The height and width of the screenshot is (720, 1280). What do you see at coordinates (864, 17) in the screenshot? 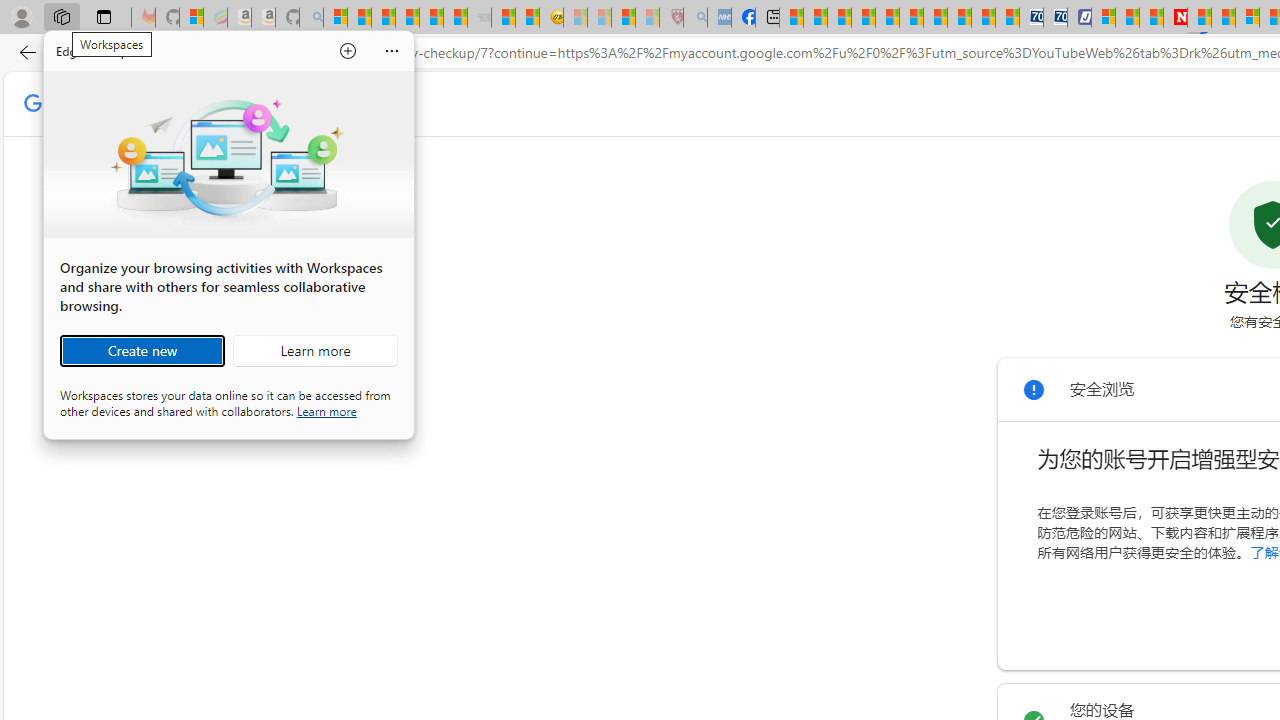
I see `'Climate Damage Becomes Too Severe To Reverse'` at bounding box center [864, 17].